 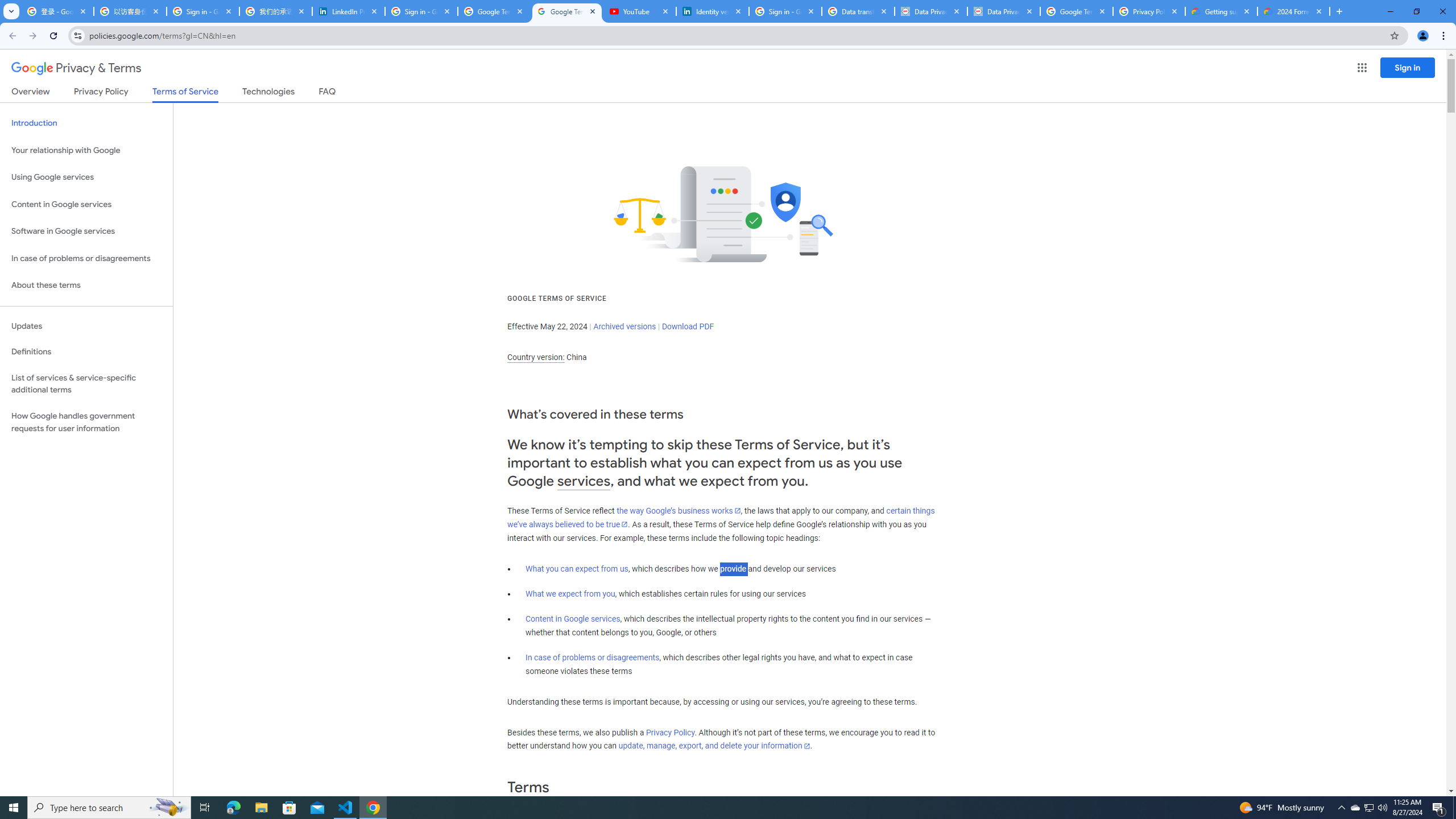 I want to click on 'update, manage, export, and delete your information', so click(x=714, y=745).